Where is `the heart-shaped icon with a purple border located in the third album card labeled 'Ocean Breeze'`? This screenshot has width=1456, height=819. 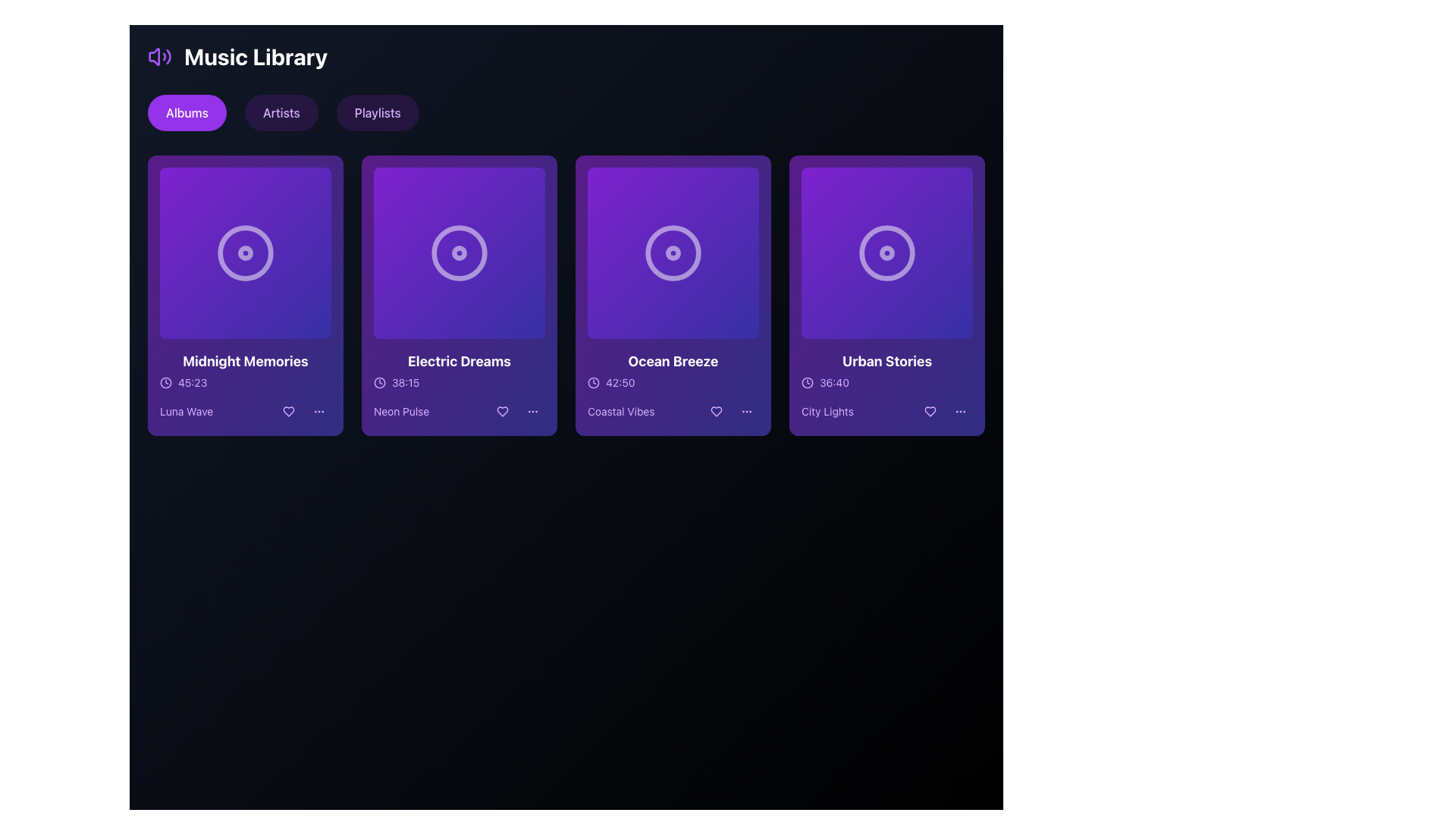 the heart-shaped icon with a purple border located in the third album card labeled 'Ocean Breeze' is located at coordinates (716, 412).